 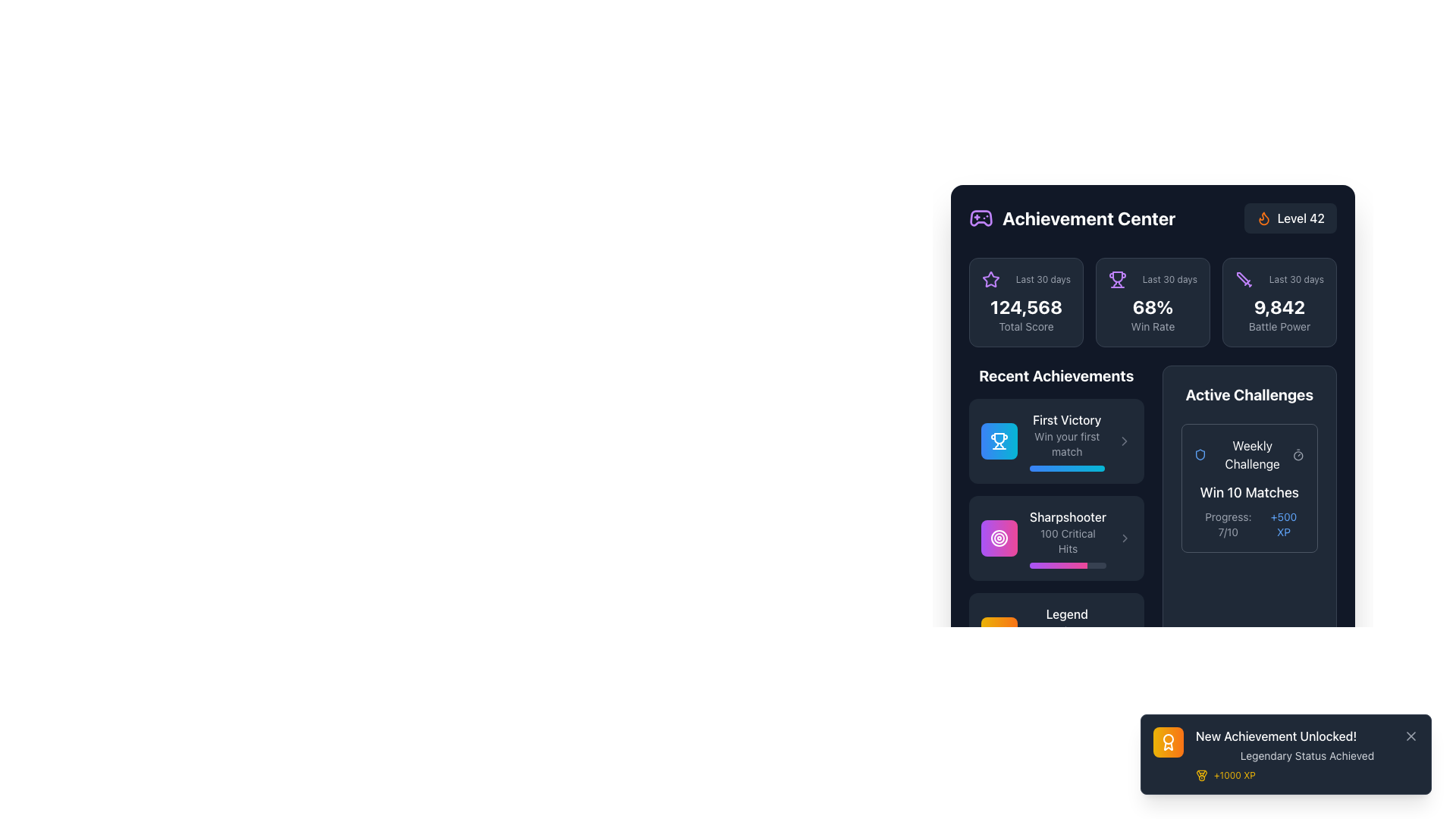 What do you see at coordinates (1124, 441) in the screenshot?
I see `the rightmost chevron icon in the 'Recent Achievements' section` at bounding box center [1124, 441].